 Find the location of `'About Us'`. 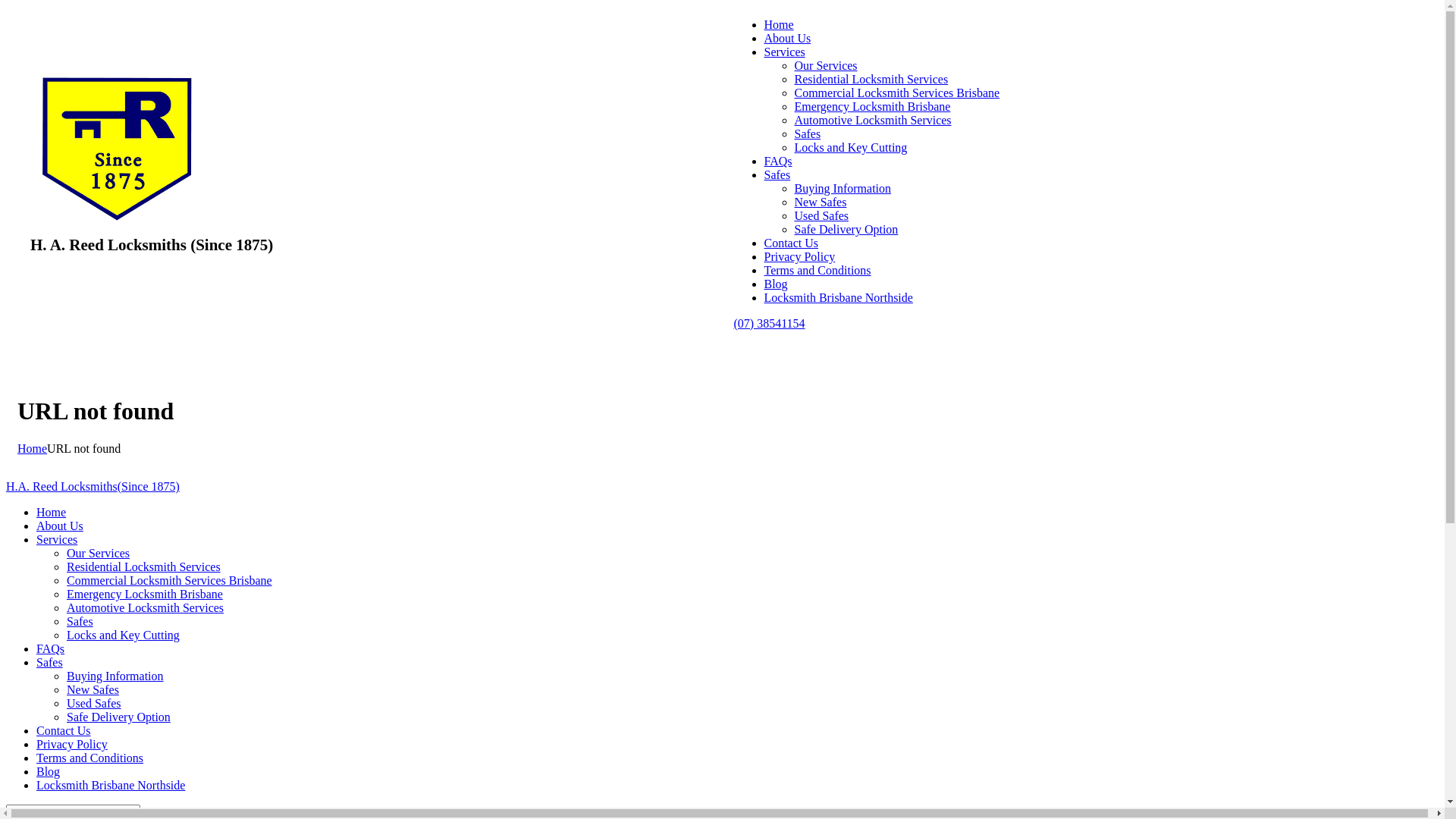

'About Us' is located at coordinates (59, 525).